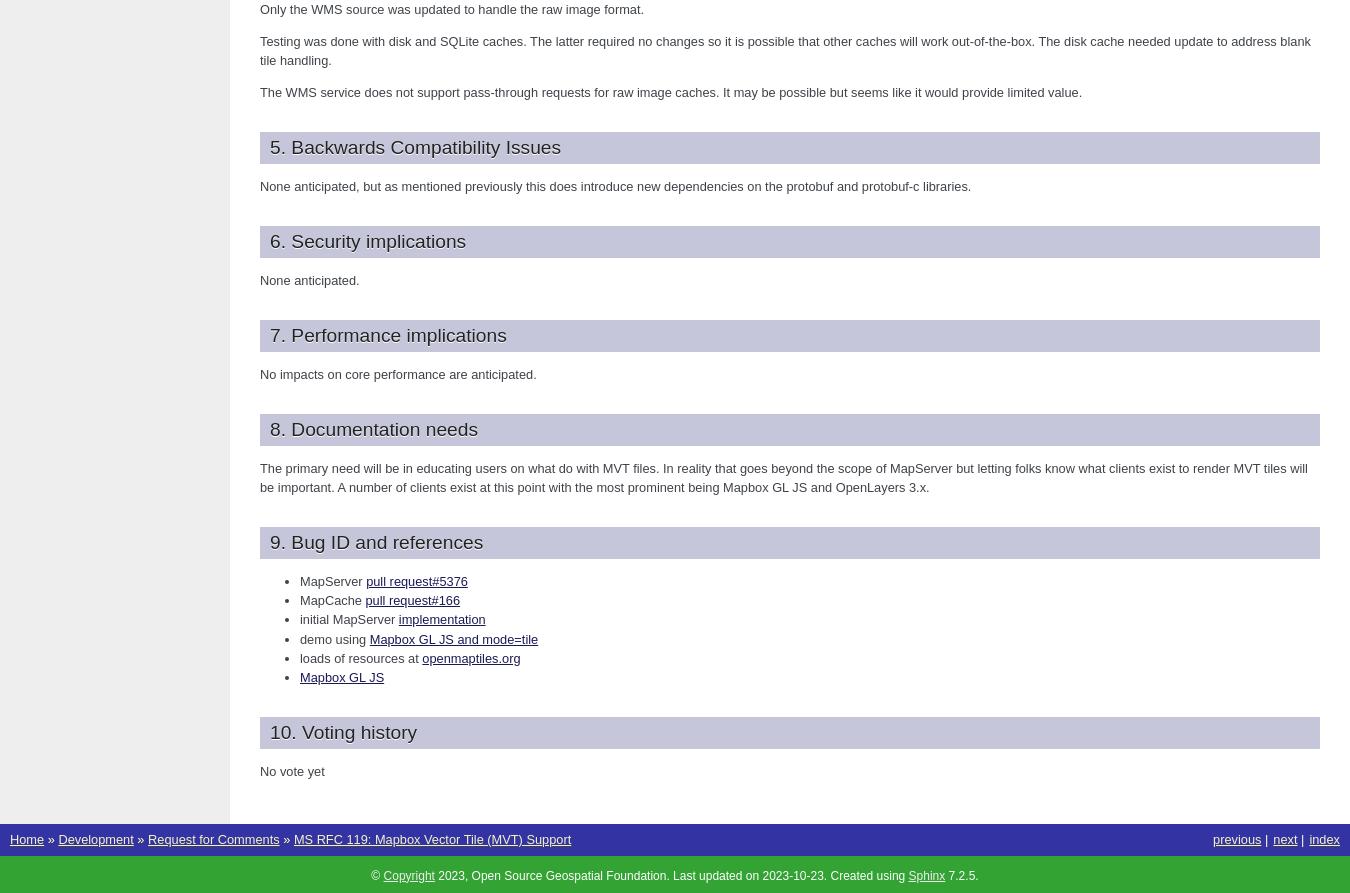 This screenshot has width=1350, height=893. Describe the element at coordinates (422, 657) in the screenshot. I see `'openmaptiles.org'` at that location.